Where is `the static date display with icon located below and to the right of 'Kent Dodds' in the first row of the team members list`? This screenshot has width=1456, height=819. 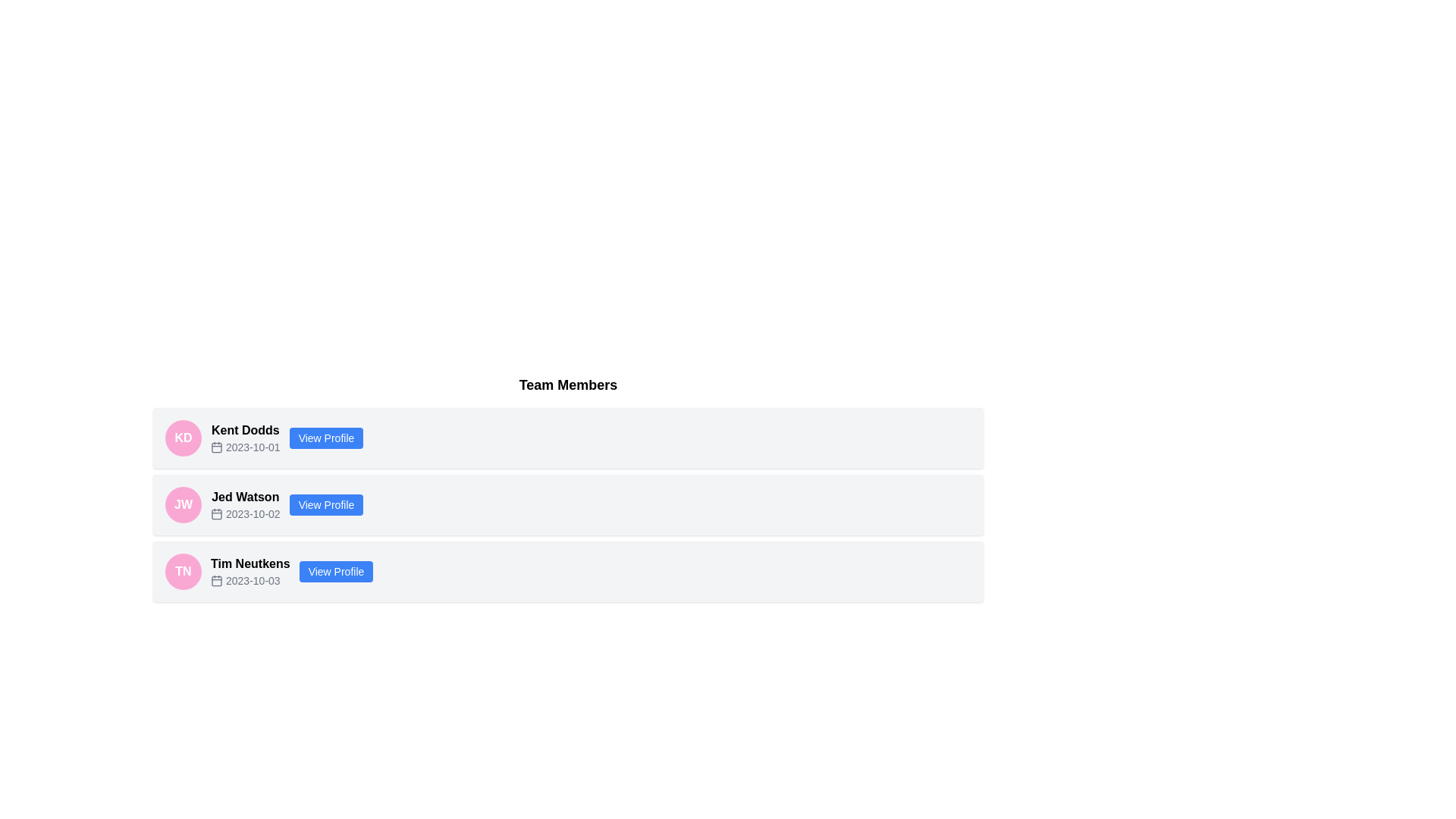 the static date display with icon located below and to the right of 'Kent Dodds' in the first row of the team members list is located at coordinates (245, 447).